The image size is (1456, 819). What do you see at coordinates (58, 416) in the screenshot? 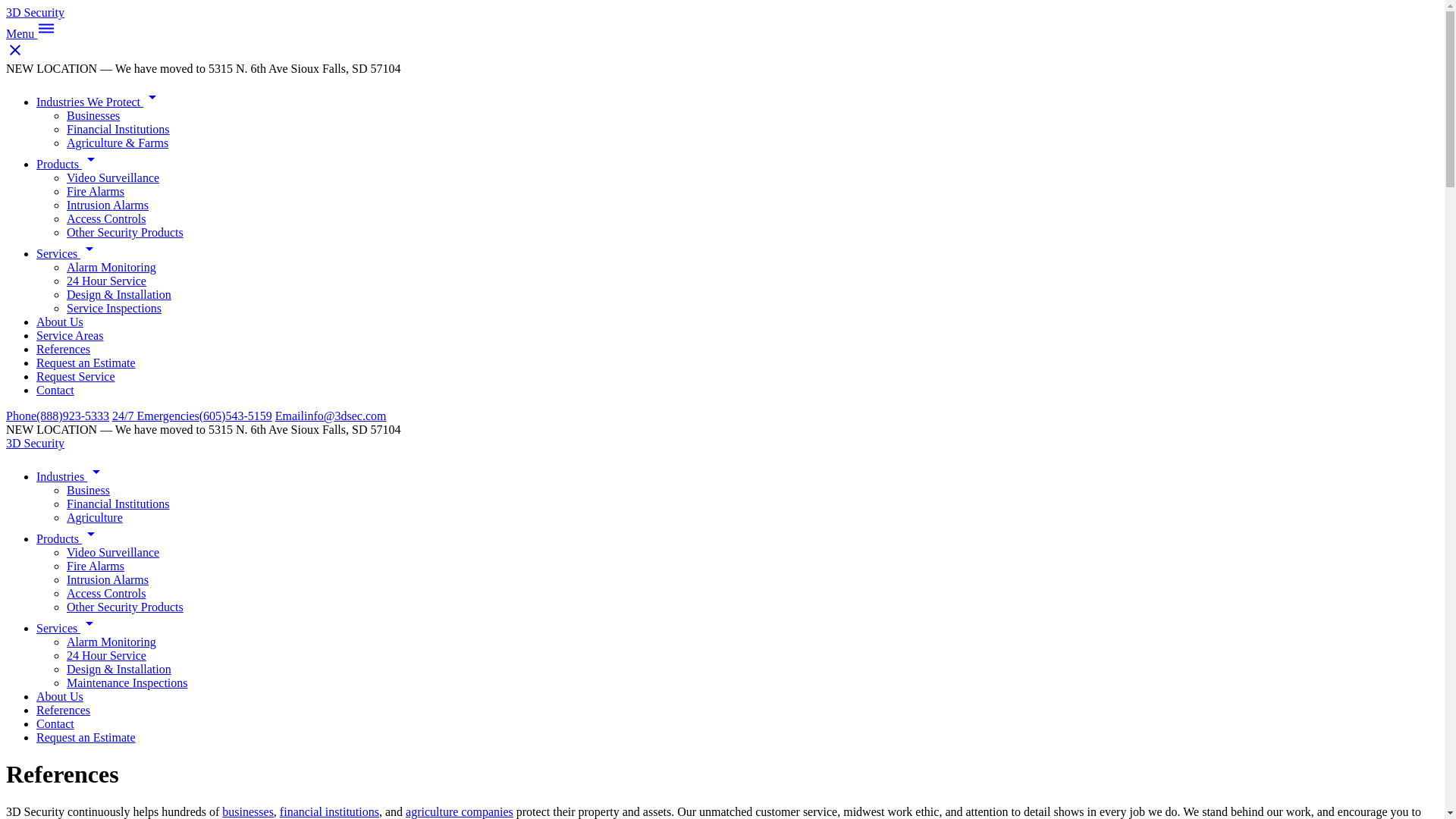
I see `'Phone(888)923-5333'` at bounding box center [58, 416].